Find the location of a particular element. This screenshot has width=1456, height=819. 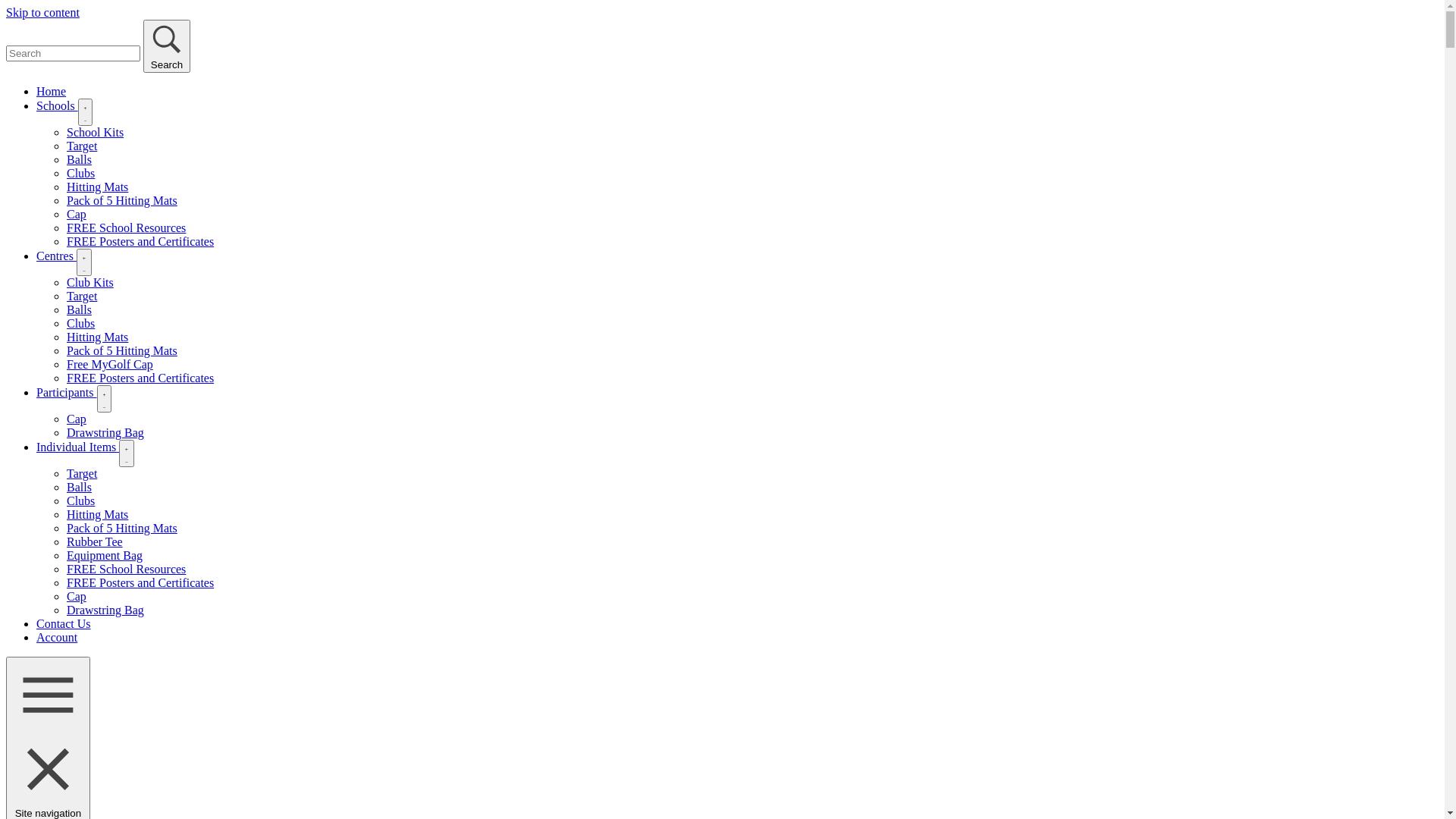

'Cap' is located at coordinates (75, 214).